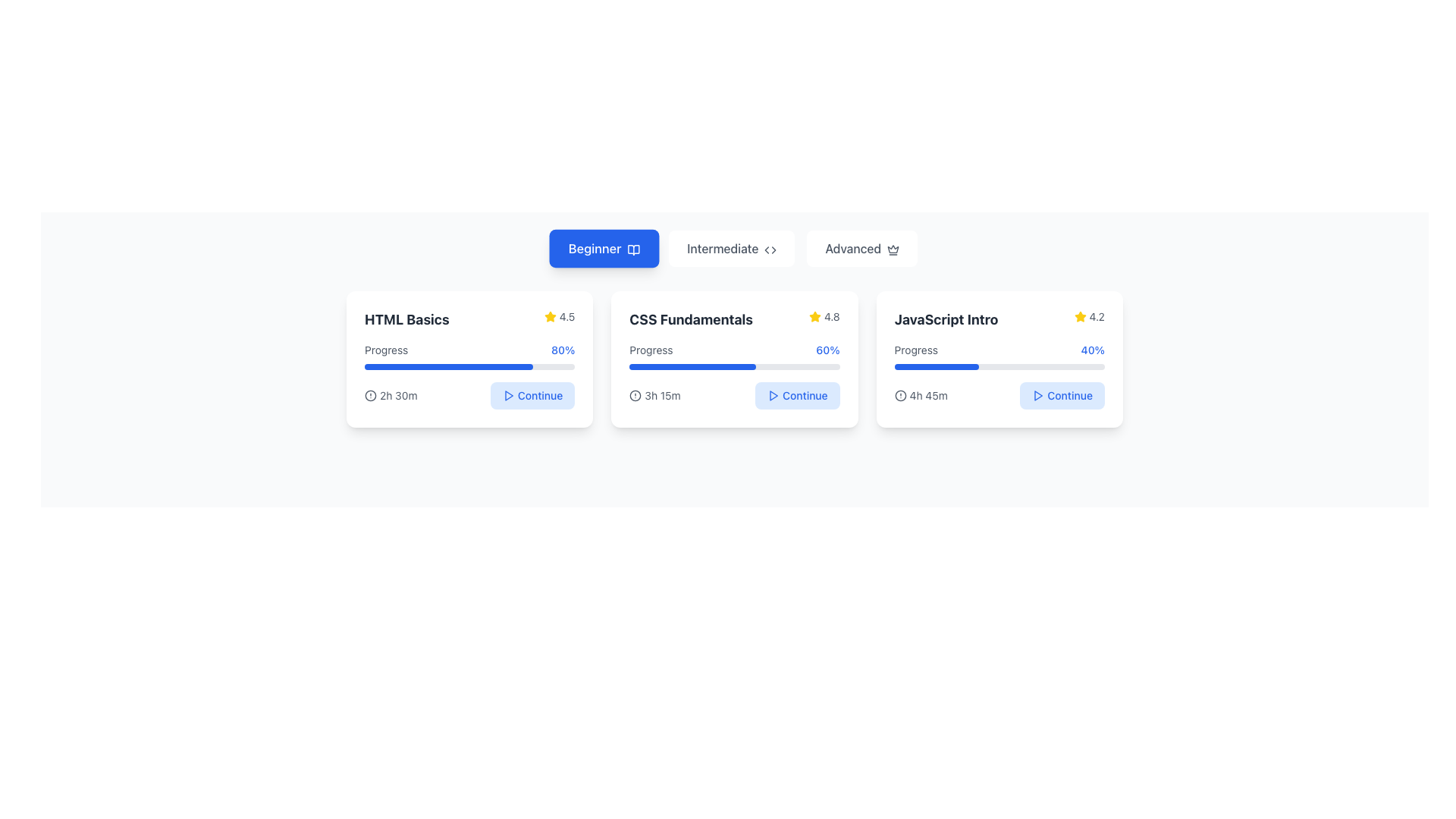 The height and width of the screenshot is (819, 1456). I want to click on 'Progress' label displayed in gray font above the blue progress bar, located in the second card from the left, positioned centrally near the top, so click(651, 350).